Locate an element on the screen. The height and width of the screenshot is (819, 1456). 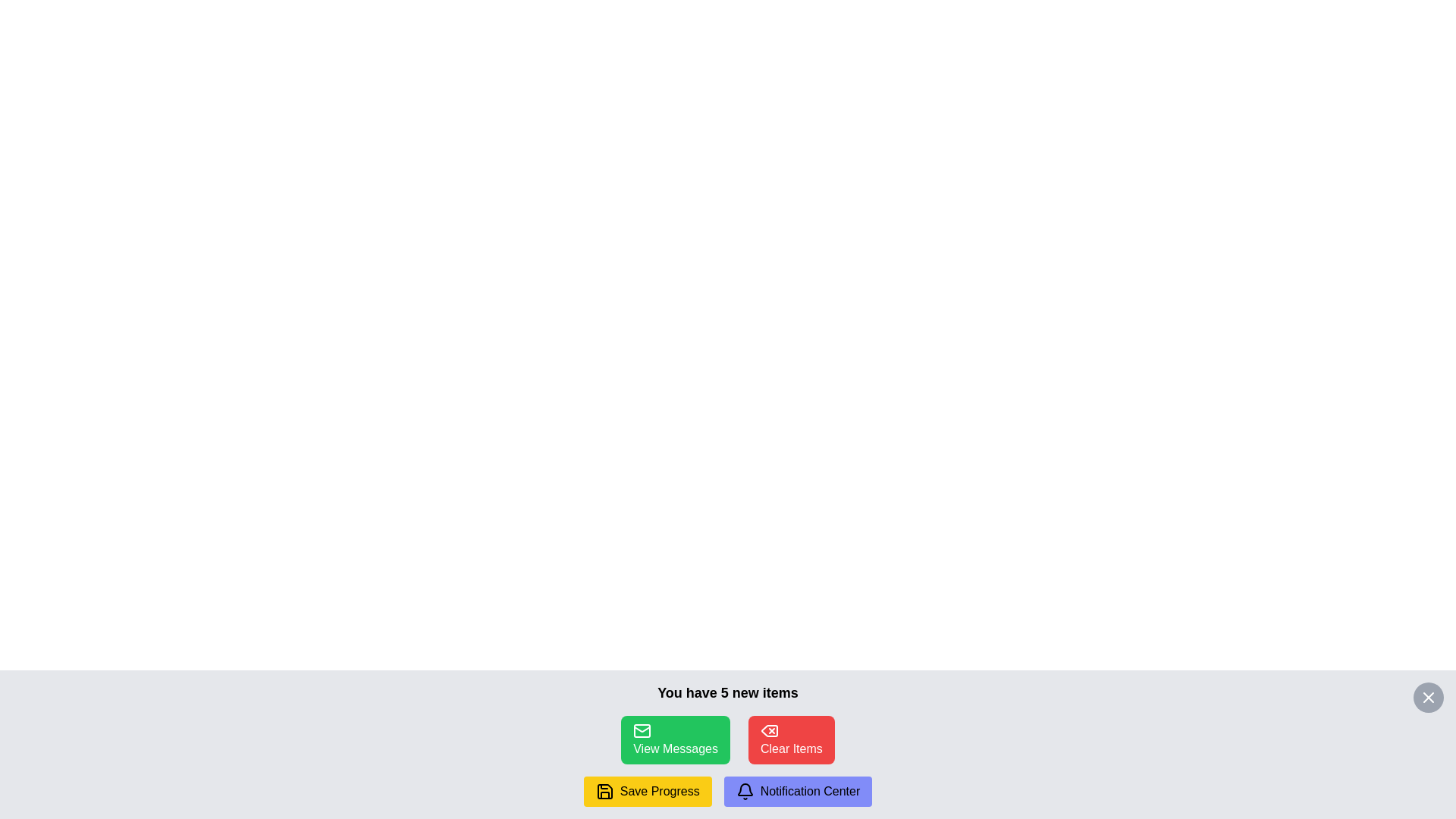
the message icon located to the left of the 'View Messages' button to trigger hover states is located at coordinates (642, 730).